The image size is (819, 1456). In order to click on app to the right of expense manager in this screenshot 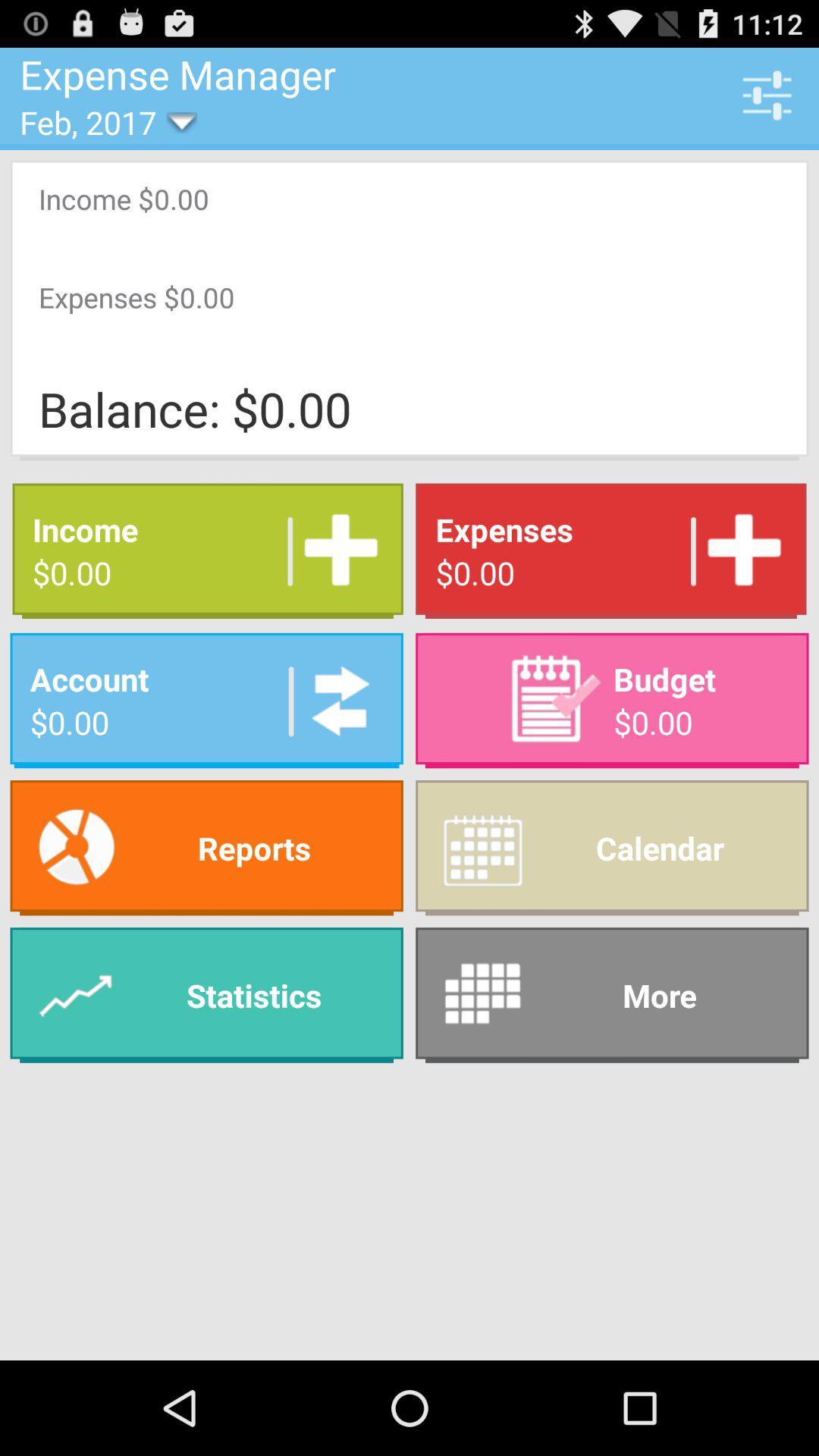, I will do `click(767, 94)`.